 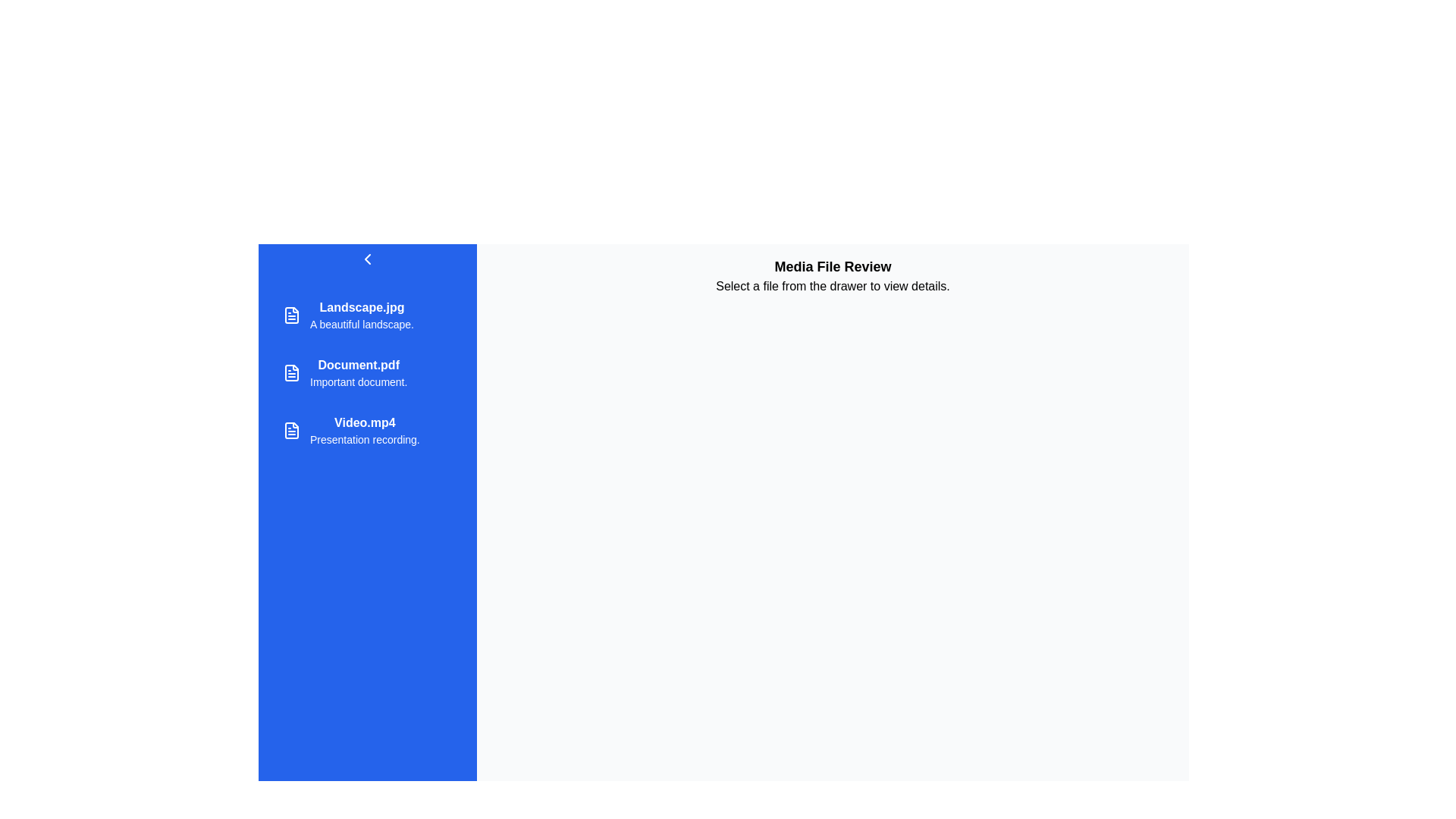 What do you see at coordinates (358, 373) in the screenshot?
I see `the list item displaying 'Document.pdf' with the subtitle 'Important document.'` at bounding box center [358, 373].